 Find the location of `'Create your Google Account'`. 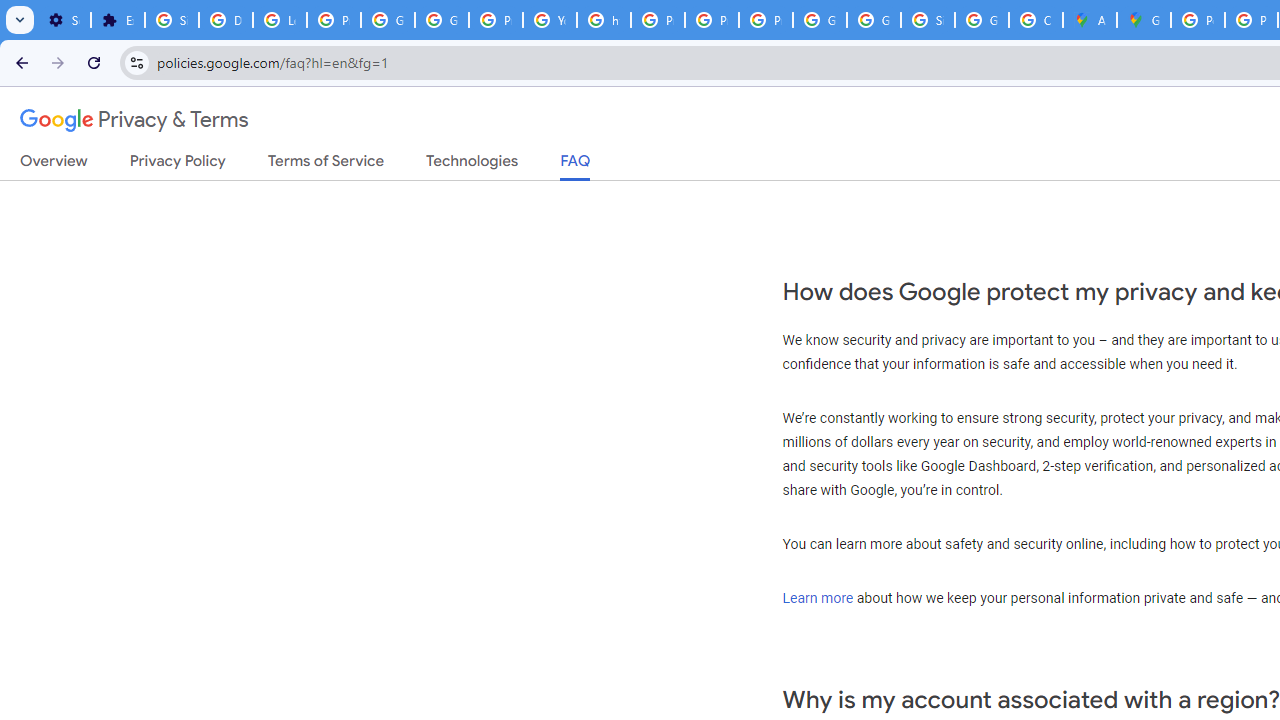

'Create your Google Account' is located at coordinates (1036, 20).